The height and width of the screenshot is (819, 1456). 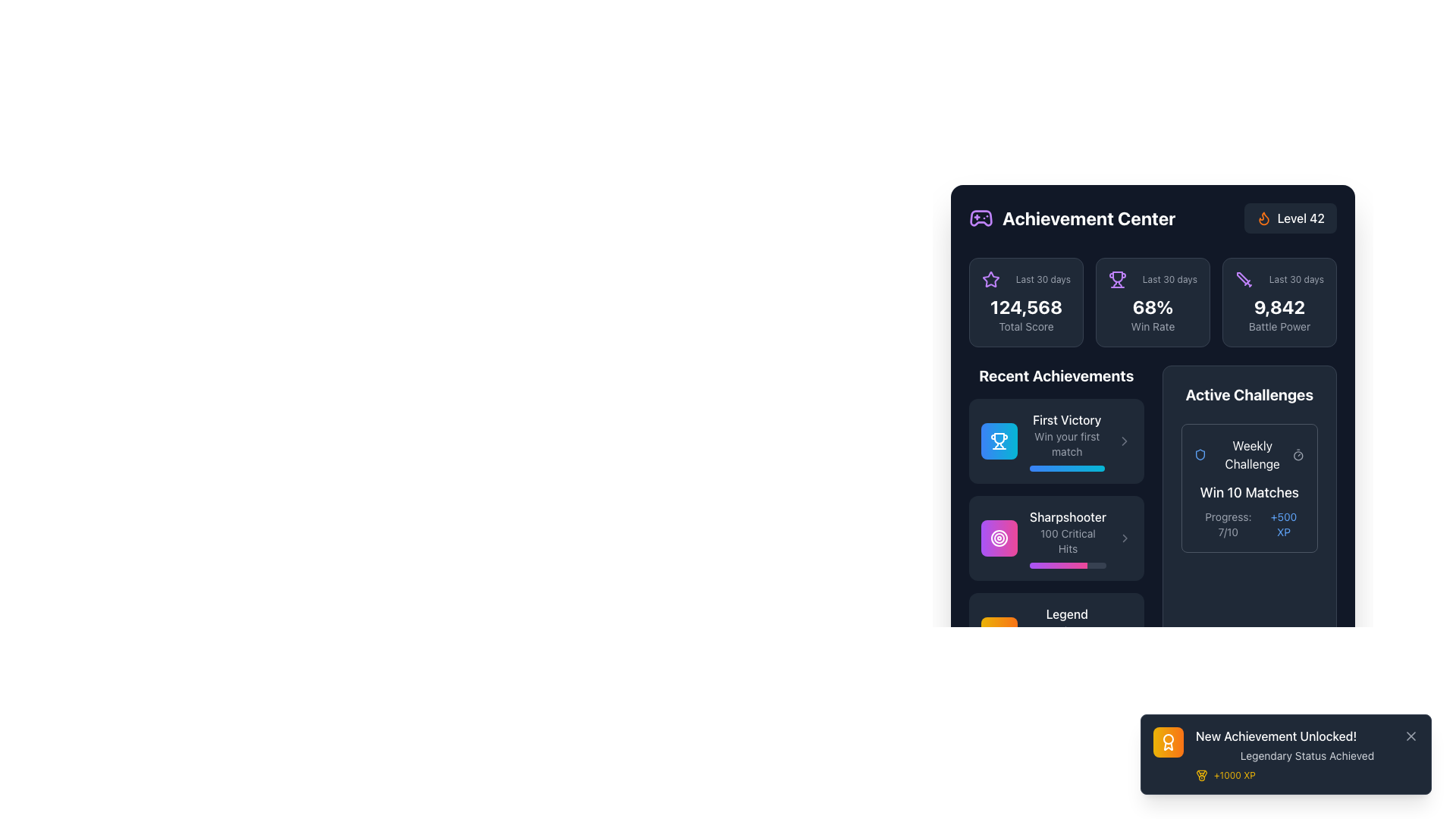 What do you see at coordinates (1056, 441) in the screenshot?
I see `the first achievement card in the 'Recent Achievements' section, which features a trophy icon and the text 'First Victory' and 'Win your first match'` at bounding box center [1056, 441].